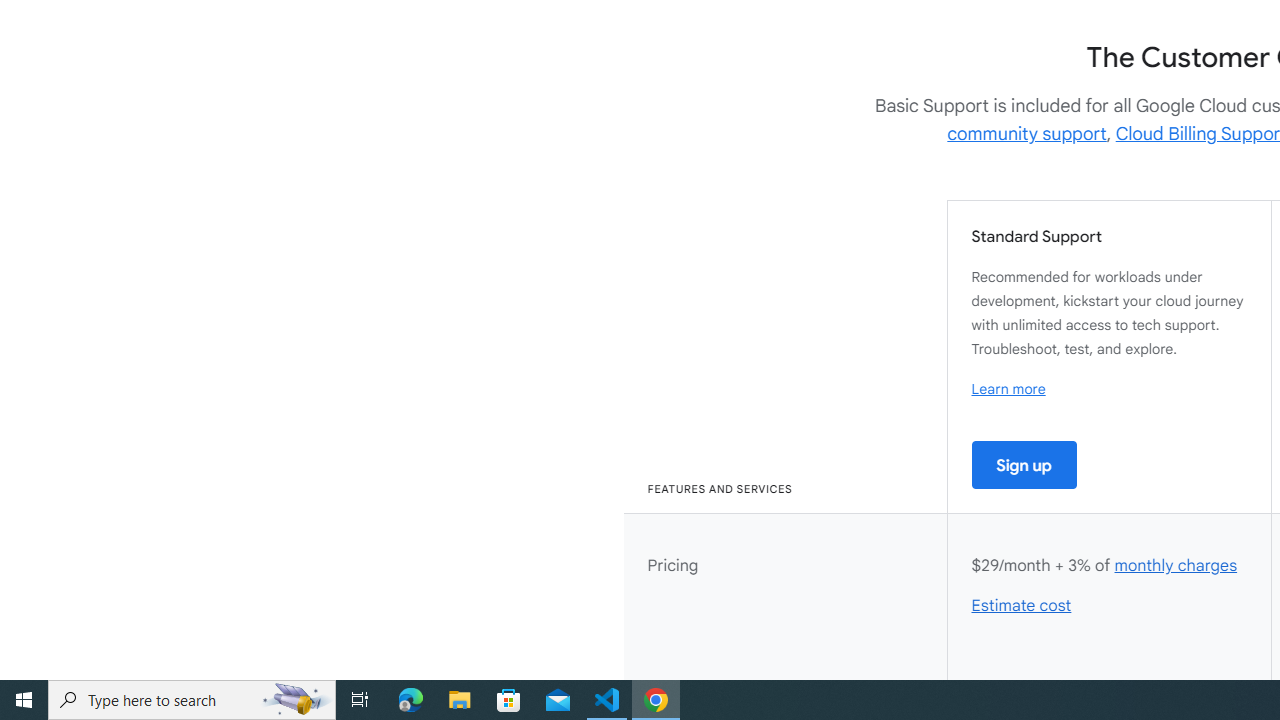  I want to click on 'monthly charges', so click(1175, 565).